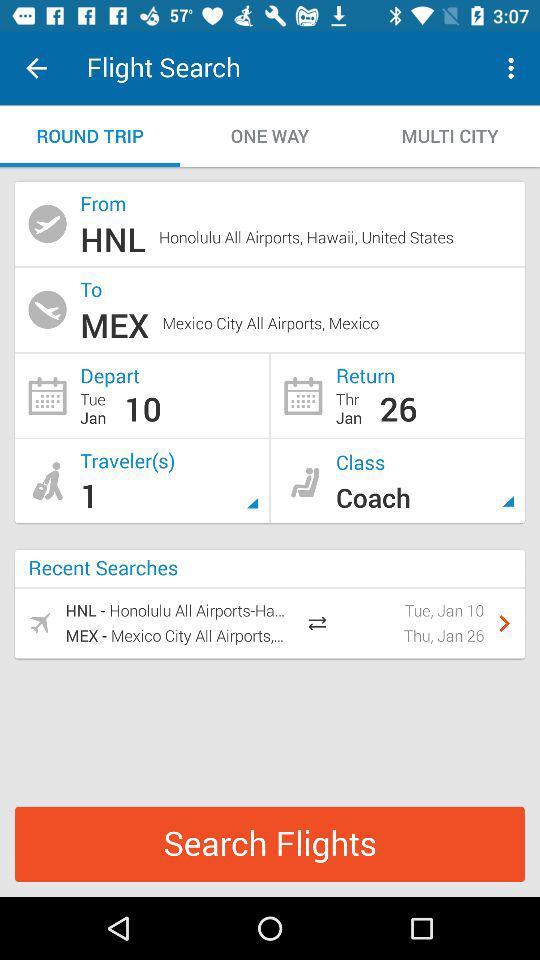 This screenshot has height=960, width=540. Describe the element at coordinates (270, 843) in the screenshot. I see `the search flights` at that location.